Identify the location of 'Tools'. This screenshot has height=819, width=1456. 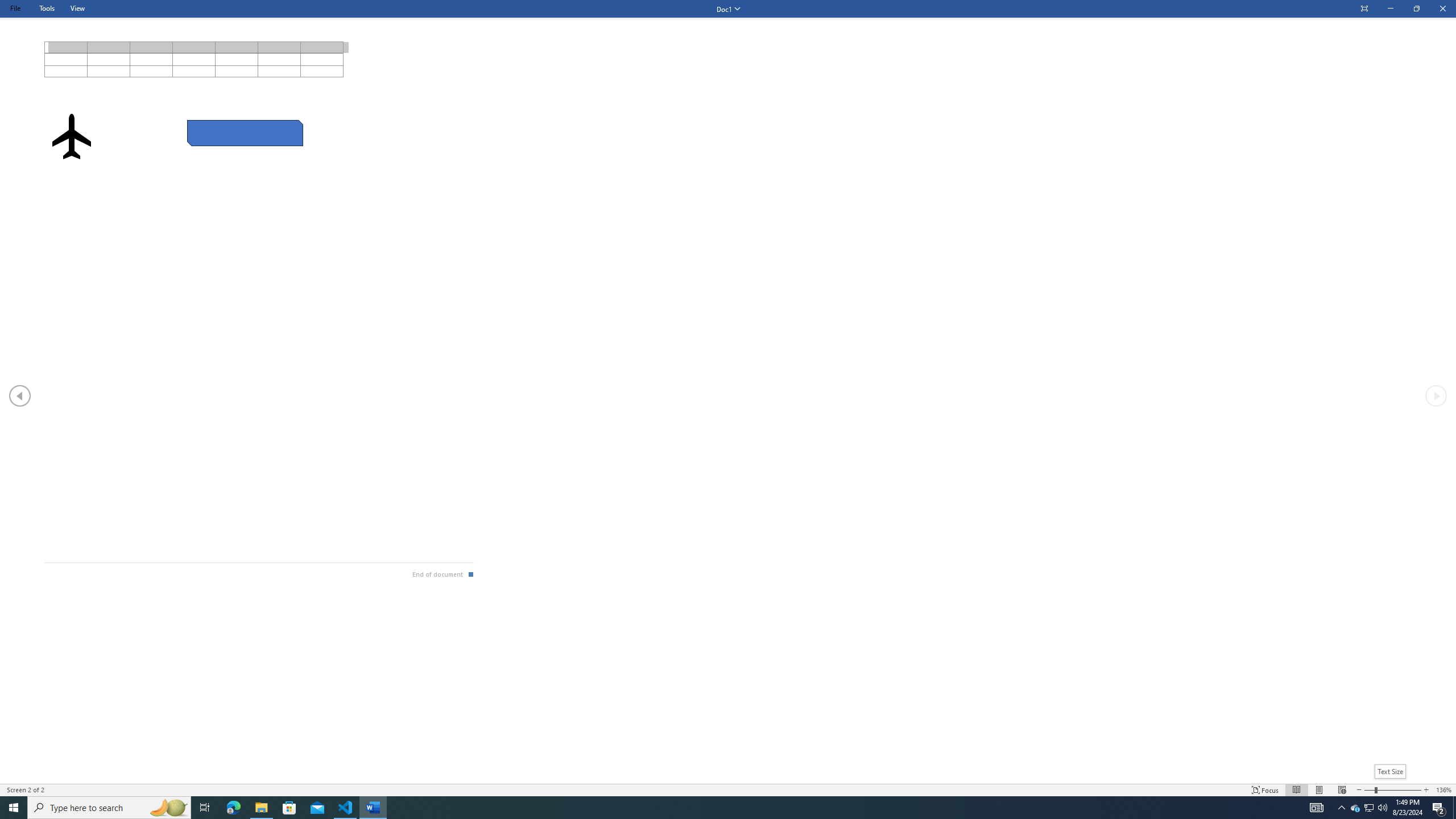
(46, 8).